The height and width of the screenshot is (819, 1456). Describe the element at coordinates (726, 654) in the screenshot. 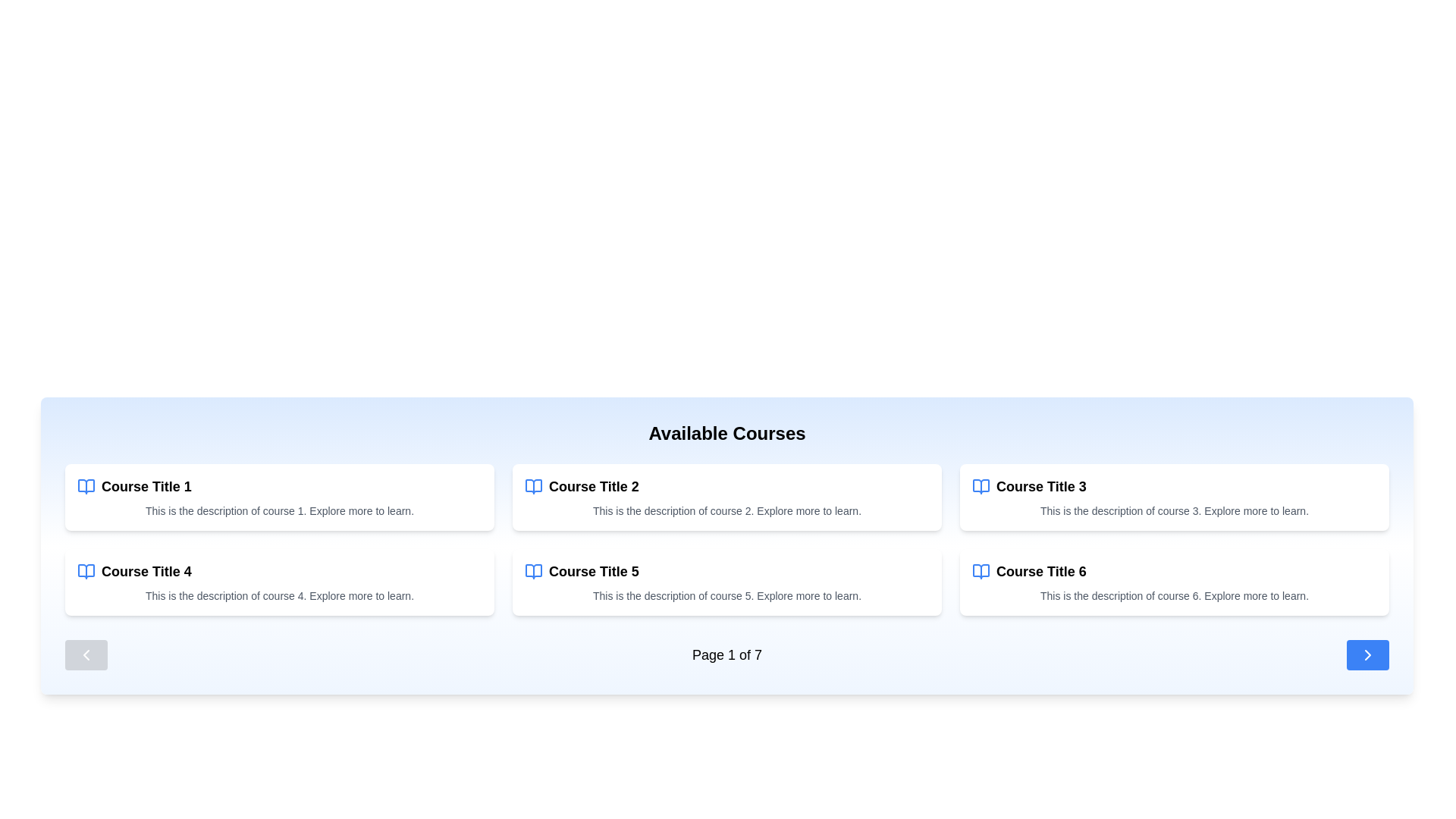

I see `the pagination indicator text label displaying 'Page 1 of 7', located at the bottom center of the page` at that location.